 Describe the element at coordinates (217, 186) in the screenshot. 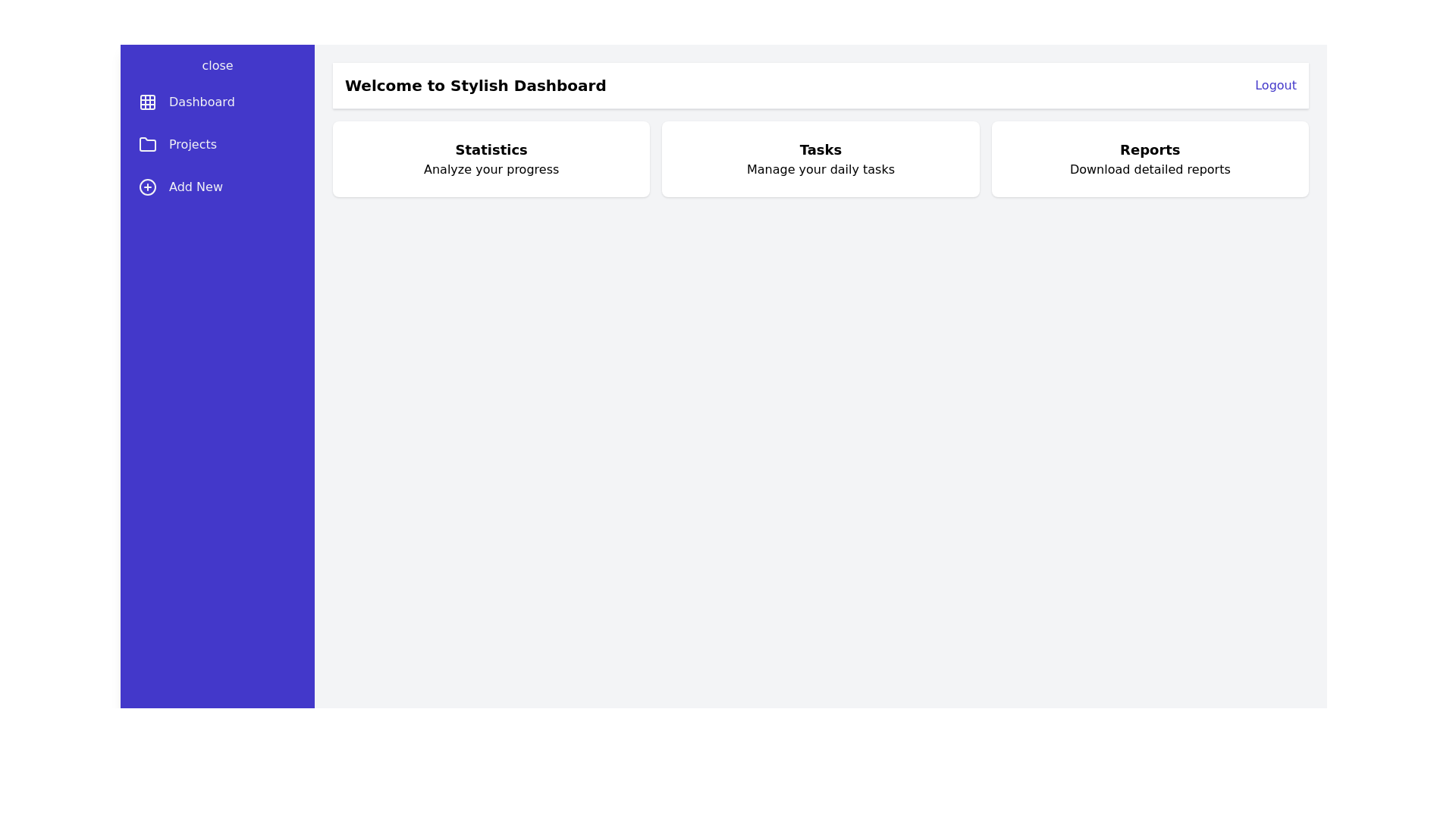

I see `the 'Add New Item' button located in the sidebar` at that location.